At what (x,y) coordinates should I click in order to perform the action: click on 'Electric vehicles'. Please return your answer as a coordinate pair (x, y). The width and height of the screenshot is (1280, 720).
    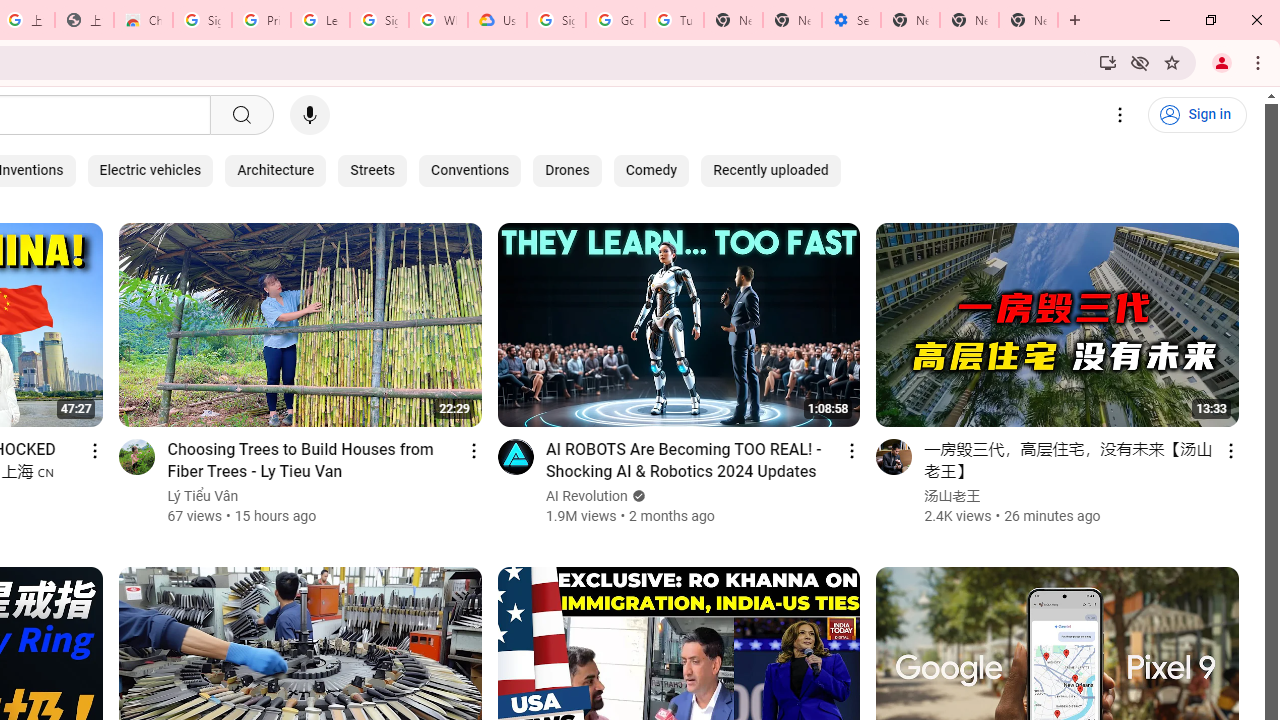
    Looking at the image, I should click on (149, 170).